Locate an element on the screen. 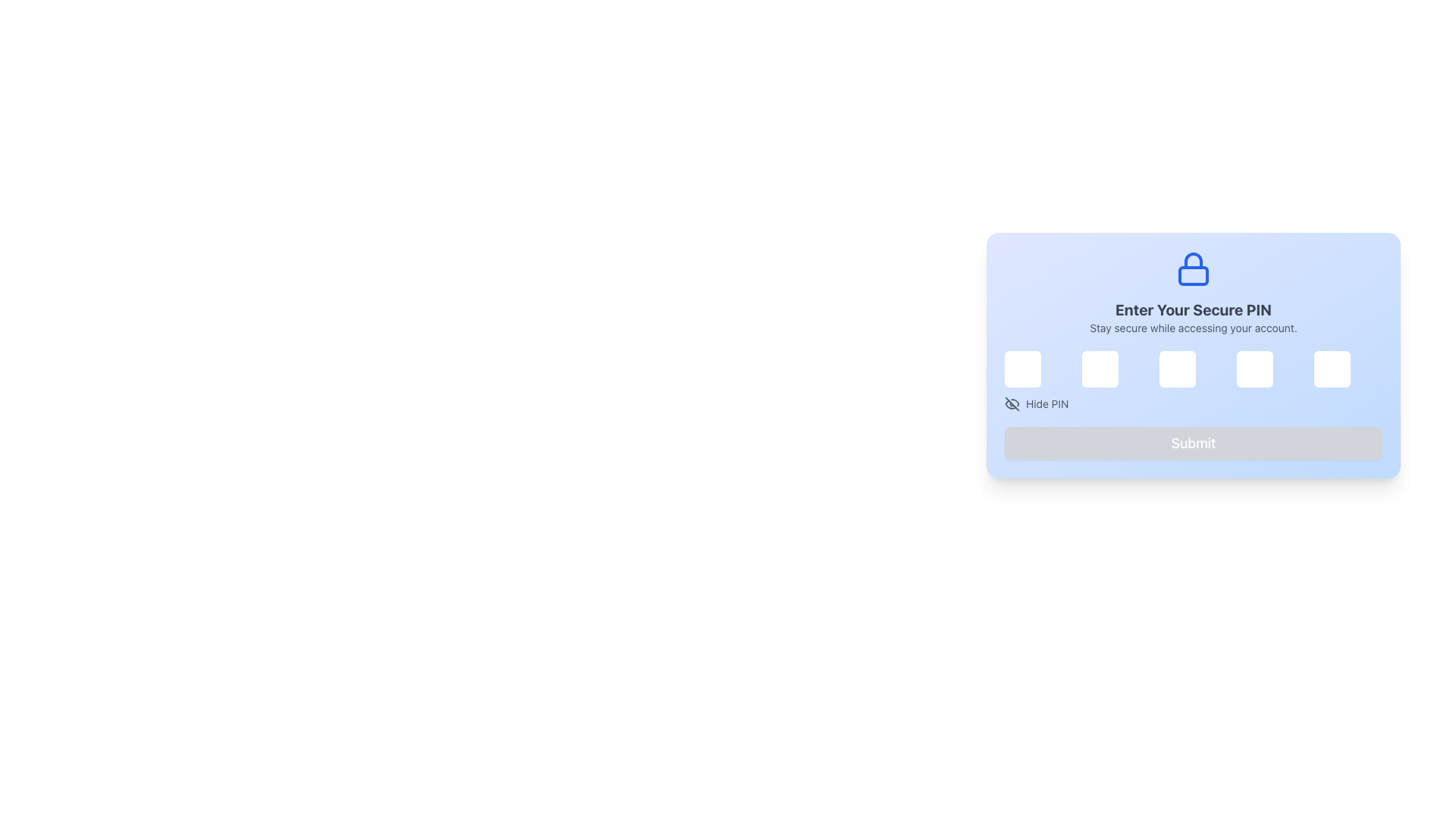 The width and height of the screenshot is (1456, 819). the 'Eye-off' icon that is styled in gray and positioned to the left of the 'Hide PIN' label within the 'Enter Your Secure PIN' card section is located at coordinates (1012, 403).